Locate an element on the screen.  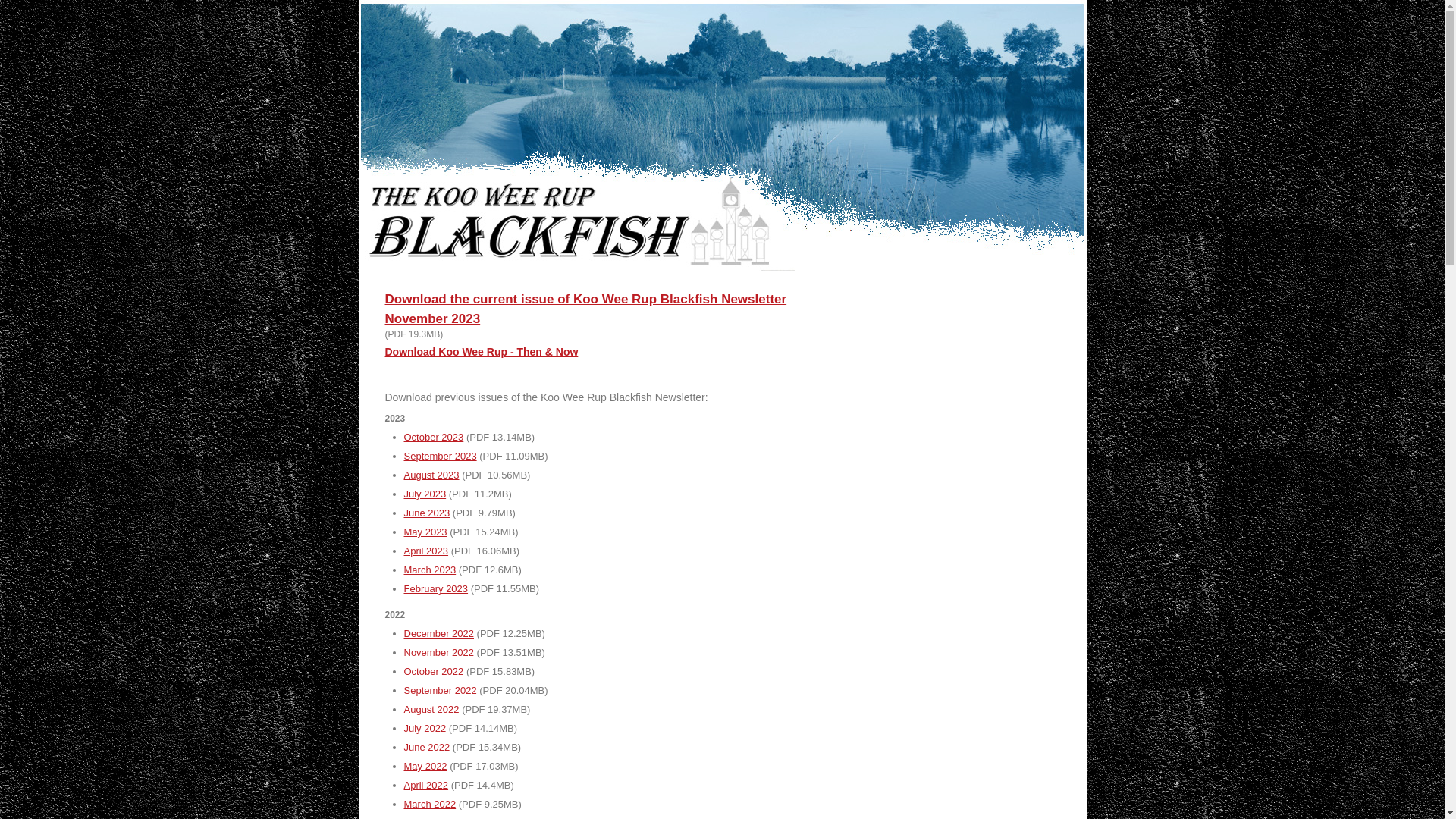
'Download Koo Wee Rup - Then & Now' is located at coordinates (481, 351).